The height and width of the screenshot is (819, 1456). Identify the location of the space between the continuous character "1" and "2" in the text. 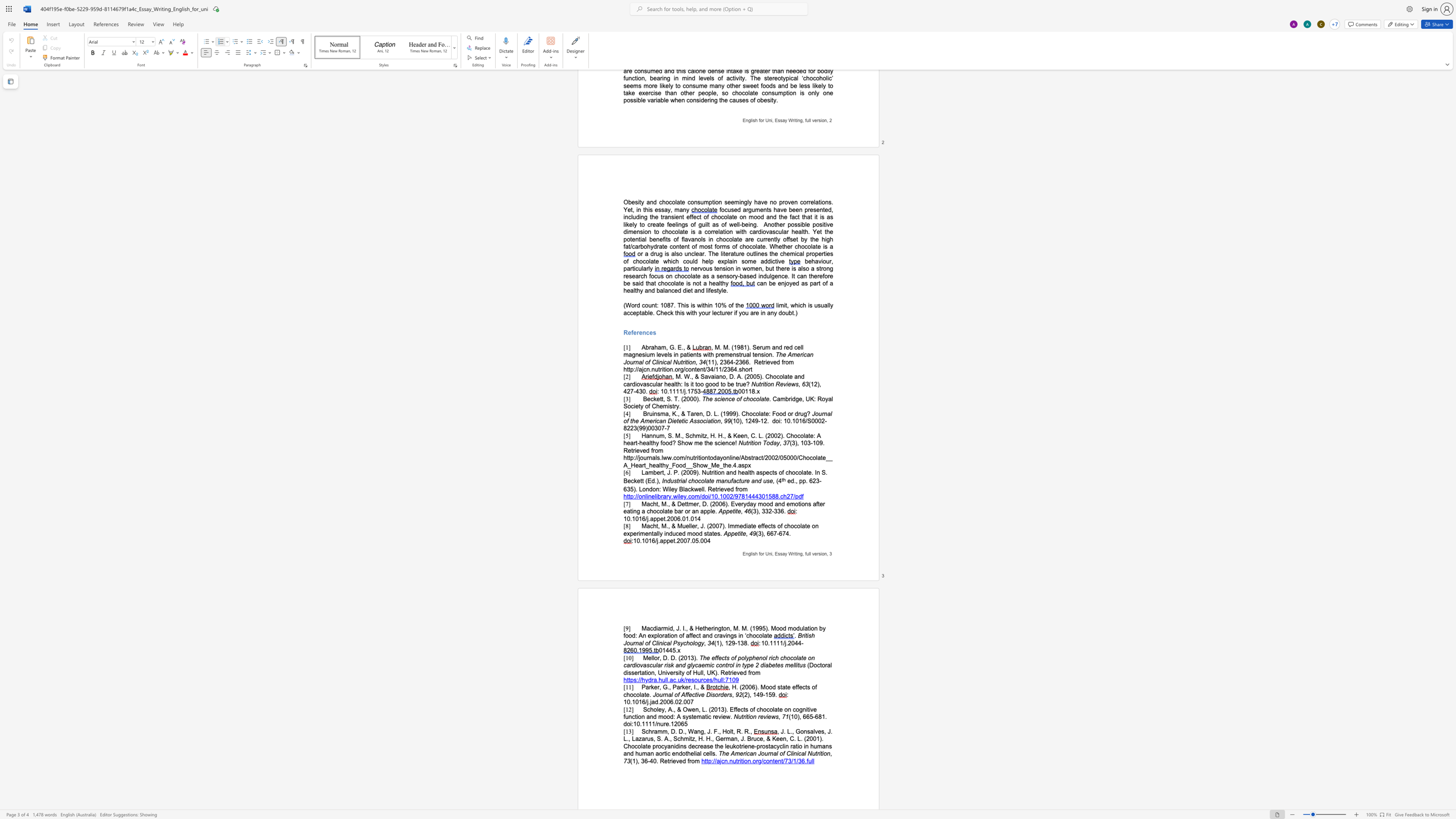
(728, 643).